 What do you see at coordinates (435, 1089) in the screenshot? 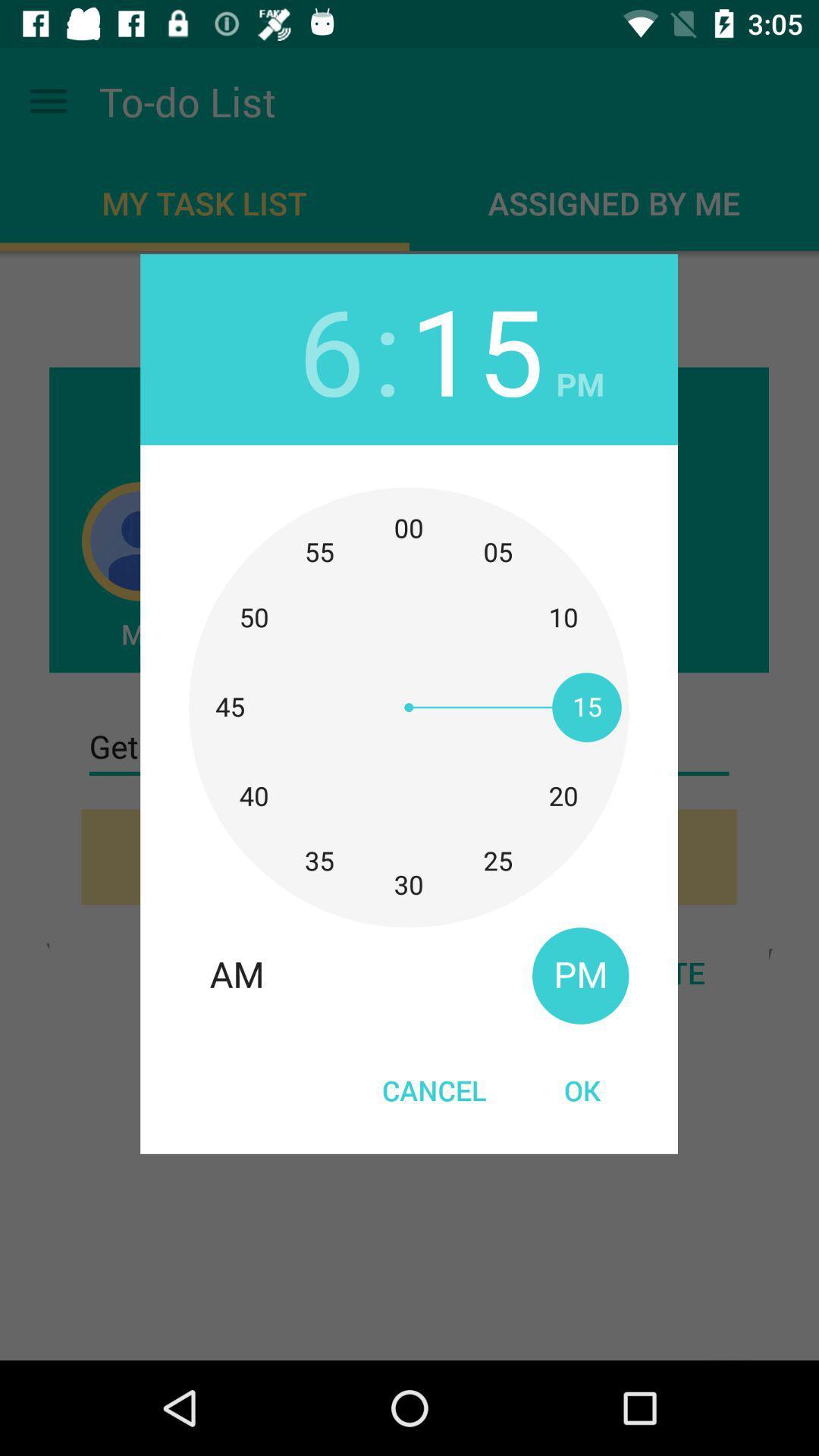
I see `item next to the ok item` at bounding box center [435, 1089].